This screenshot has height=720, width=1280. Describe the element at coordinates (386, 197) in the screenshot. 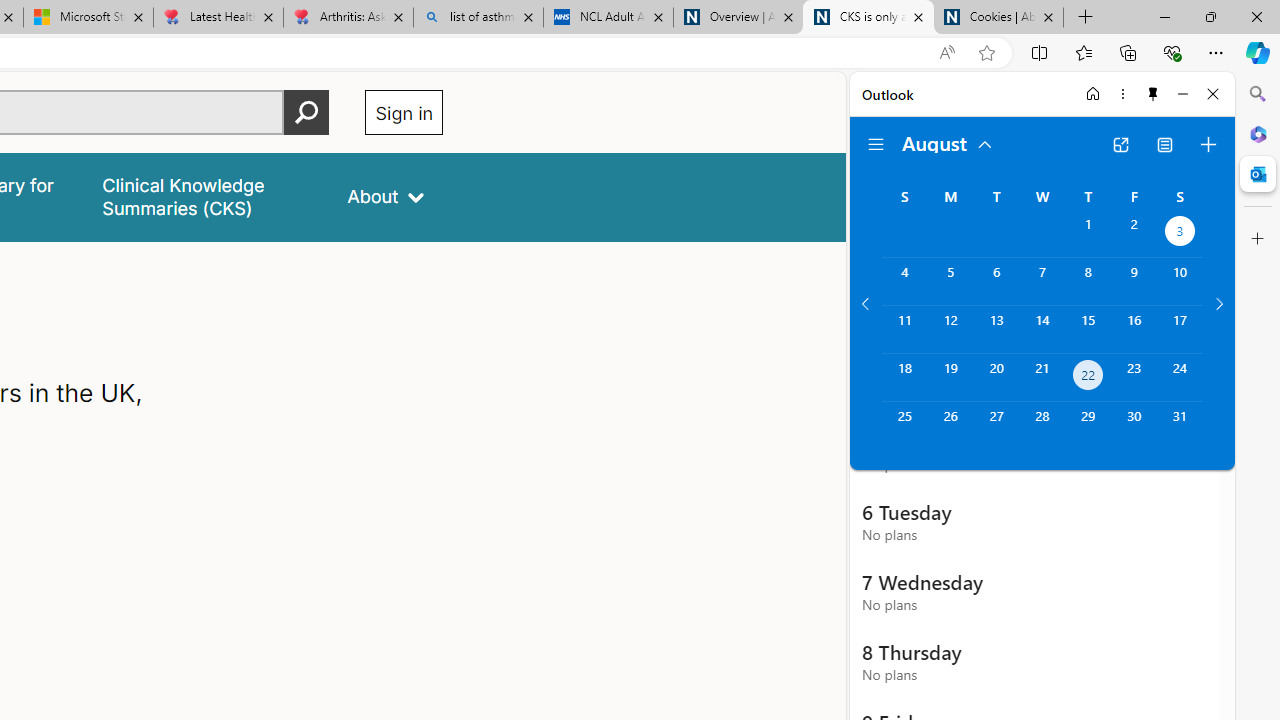

I see `'About'` at that location.